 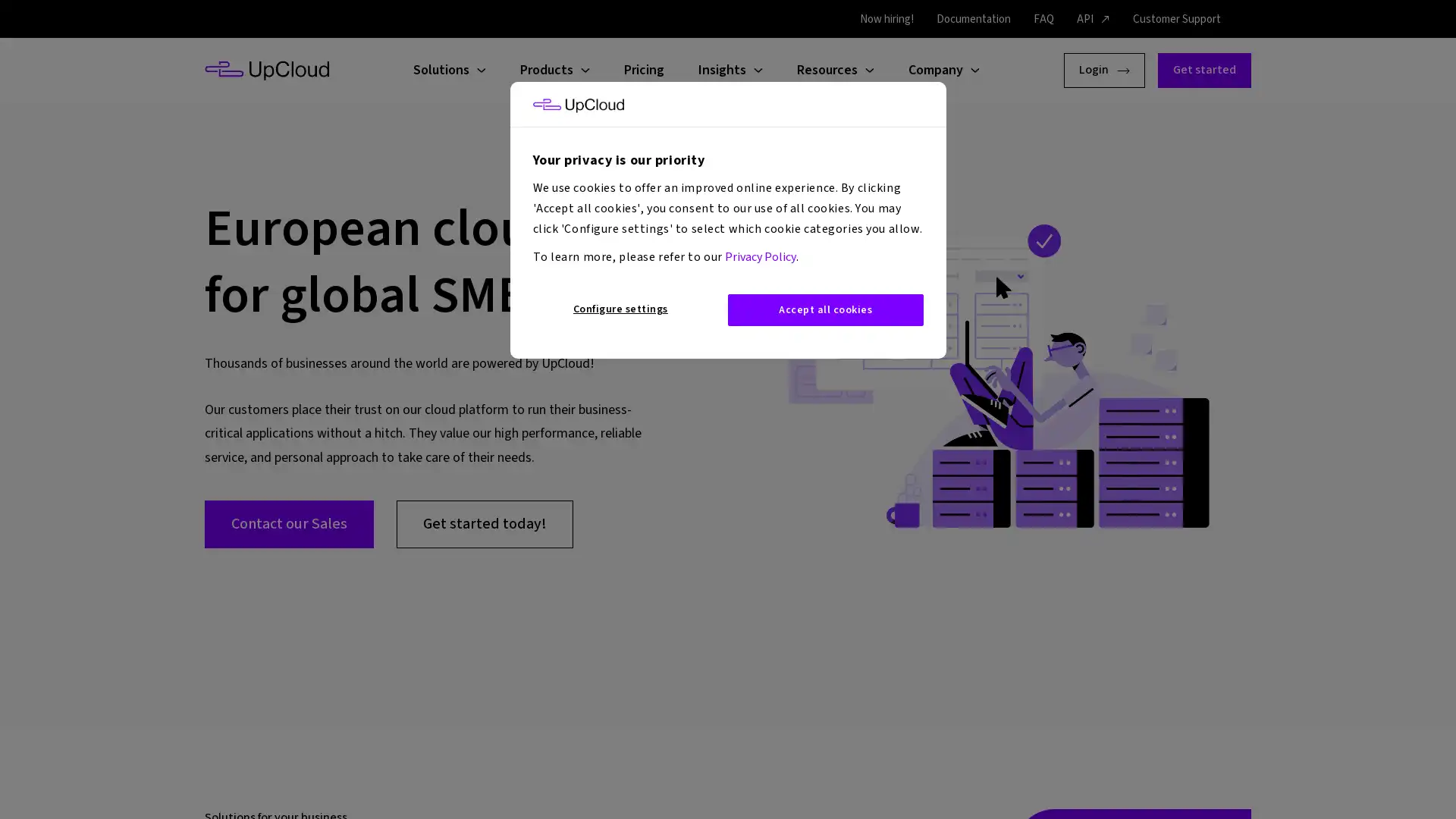 What do you see at coordinates (870, 70) in the screenshot?
I see `Open child menu for Resources` at bounding box center [870, 70].